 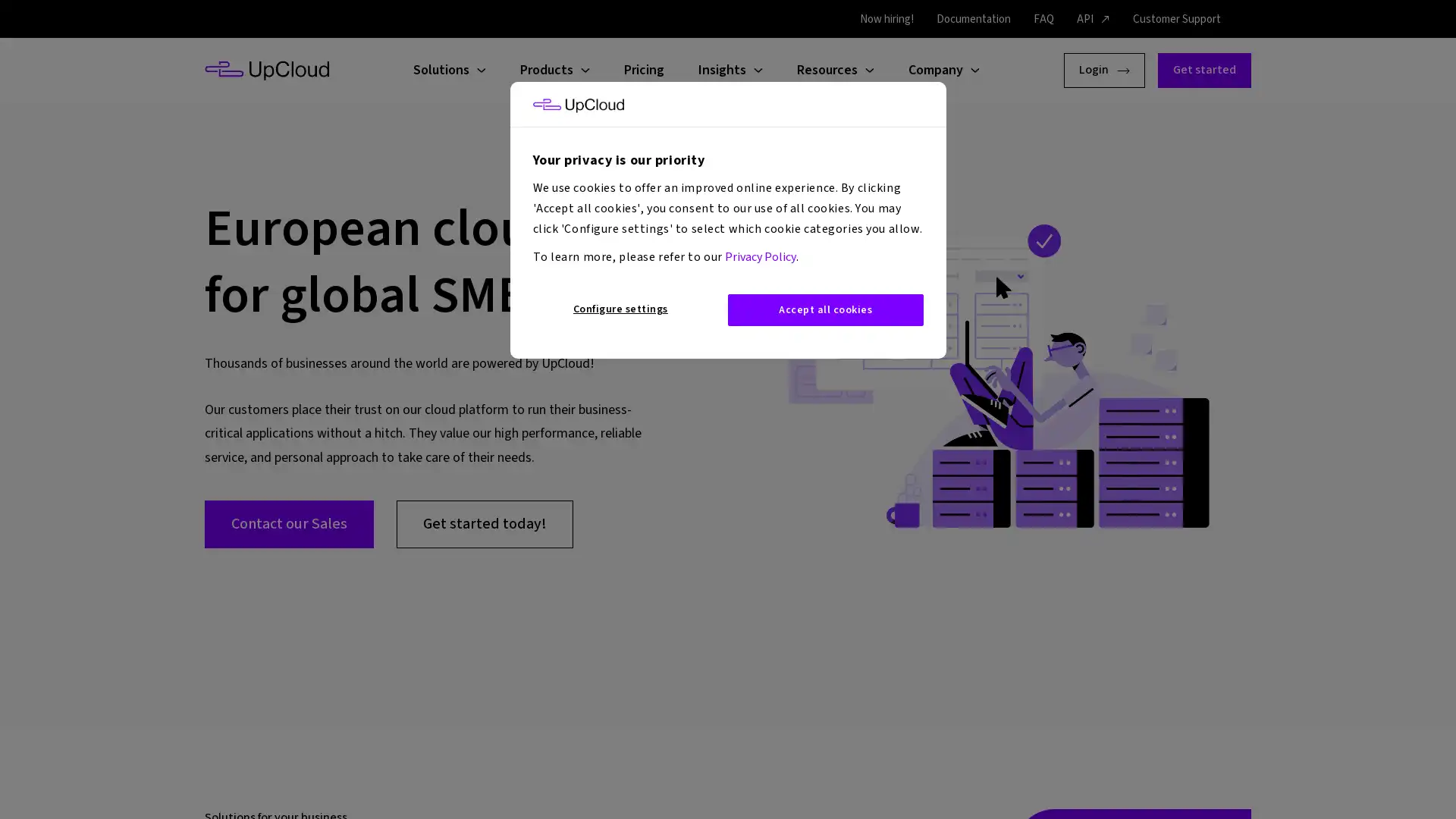 What do you see at coordinates (870, 70) in the screenshot?
I see `Open child menu for Resources` at bounding box center [870, 70].